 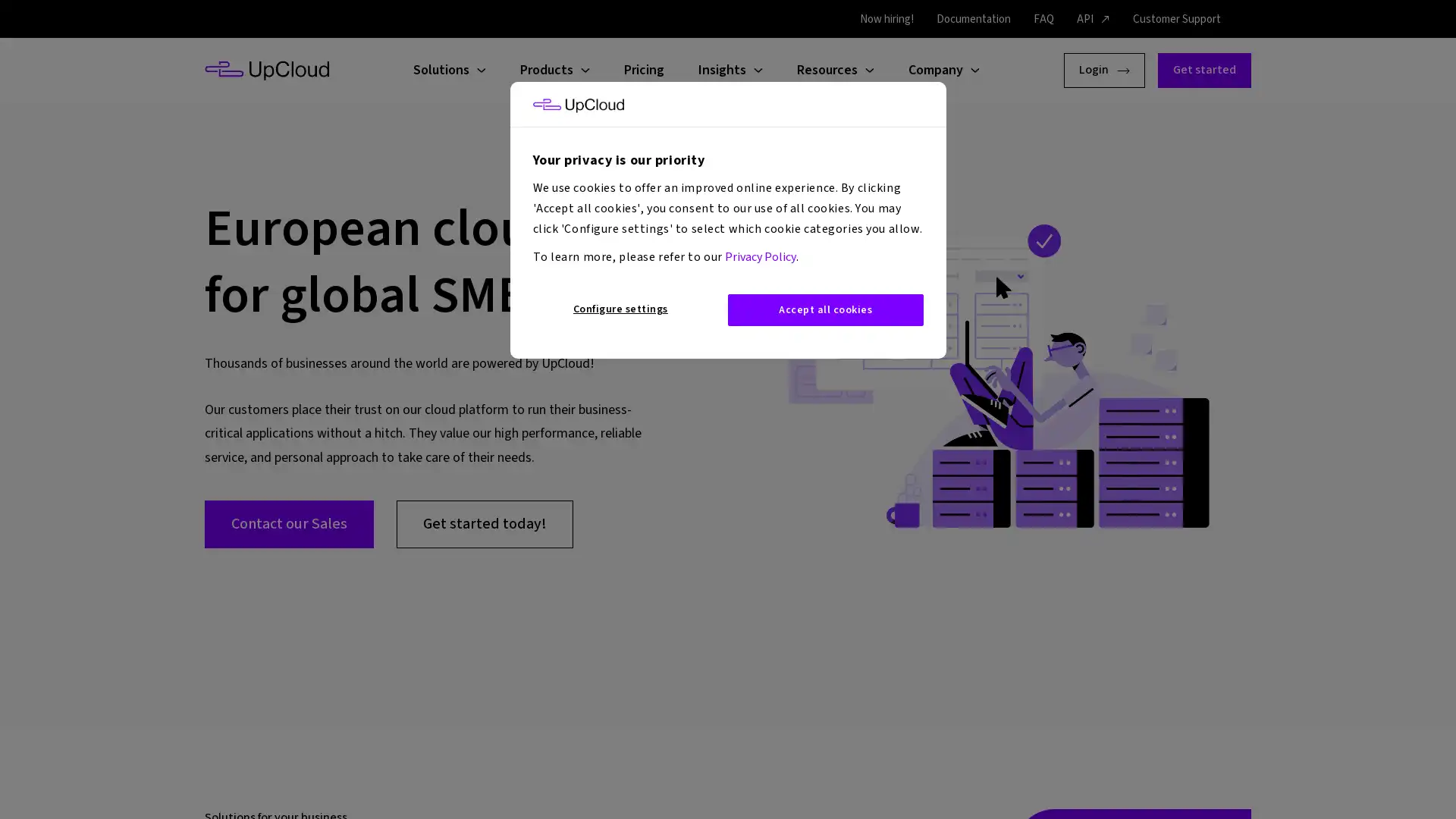 What do you see at coordinates (870, 70) in the screenshot?
I see `Open child menu for Resources` at bounding box center [870, 70].